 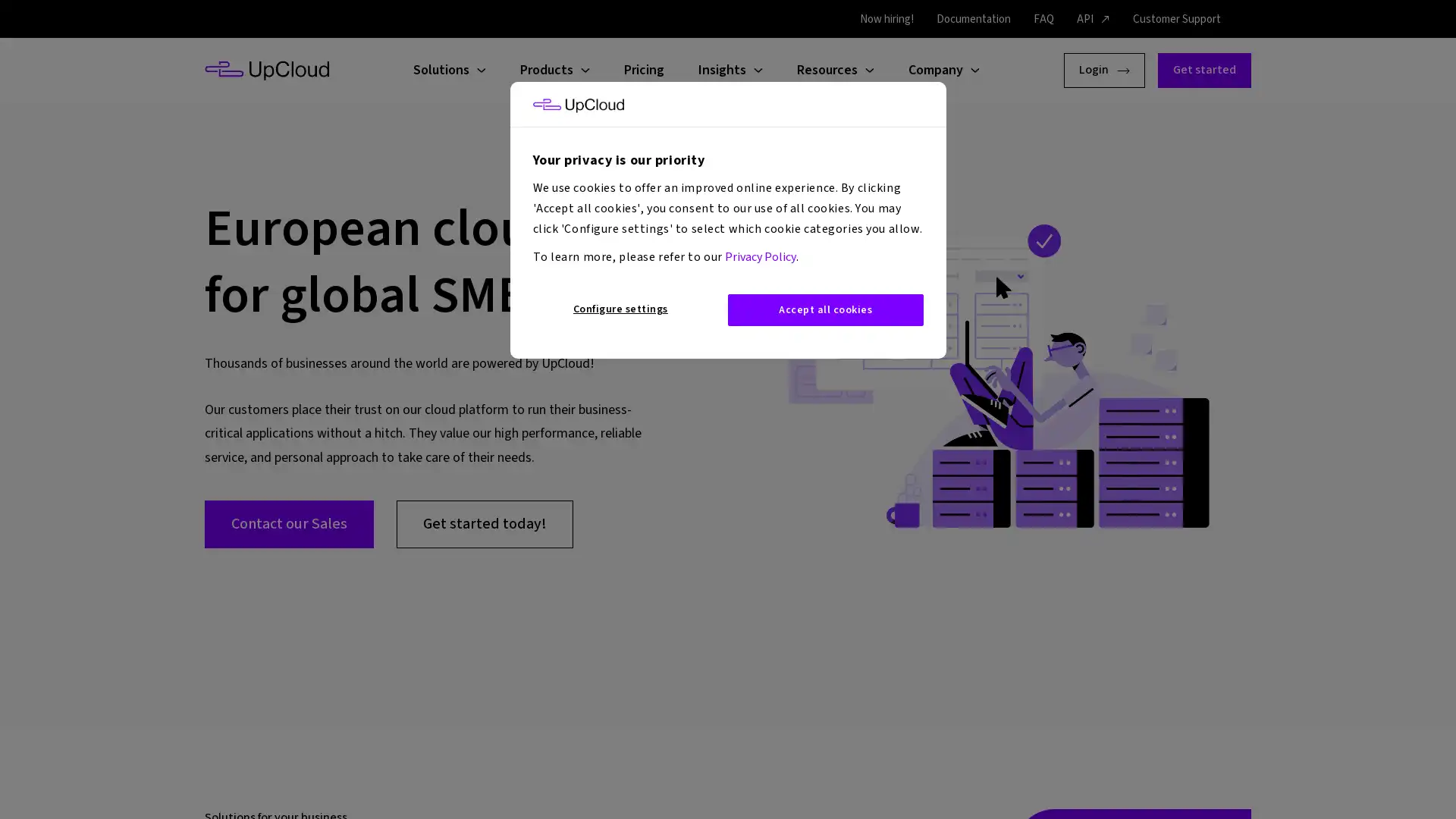 What do you see at coordinates (870, 70) in the screenshot?
I see `Open child menu for Resources` at bounding box center [870, 70].